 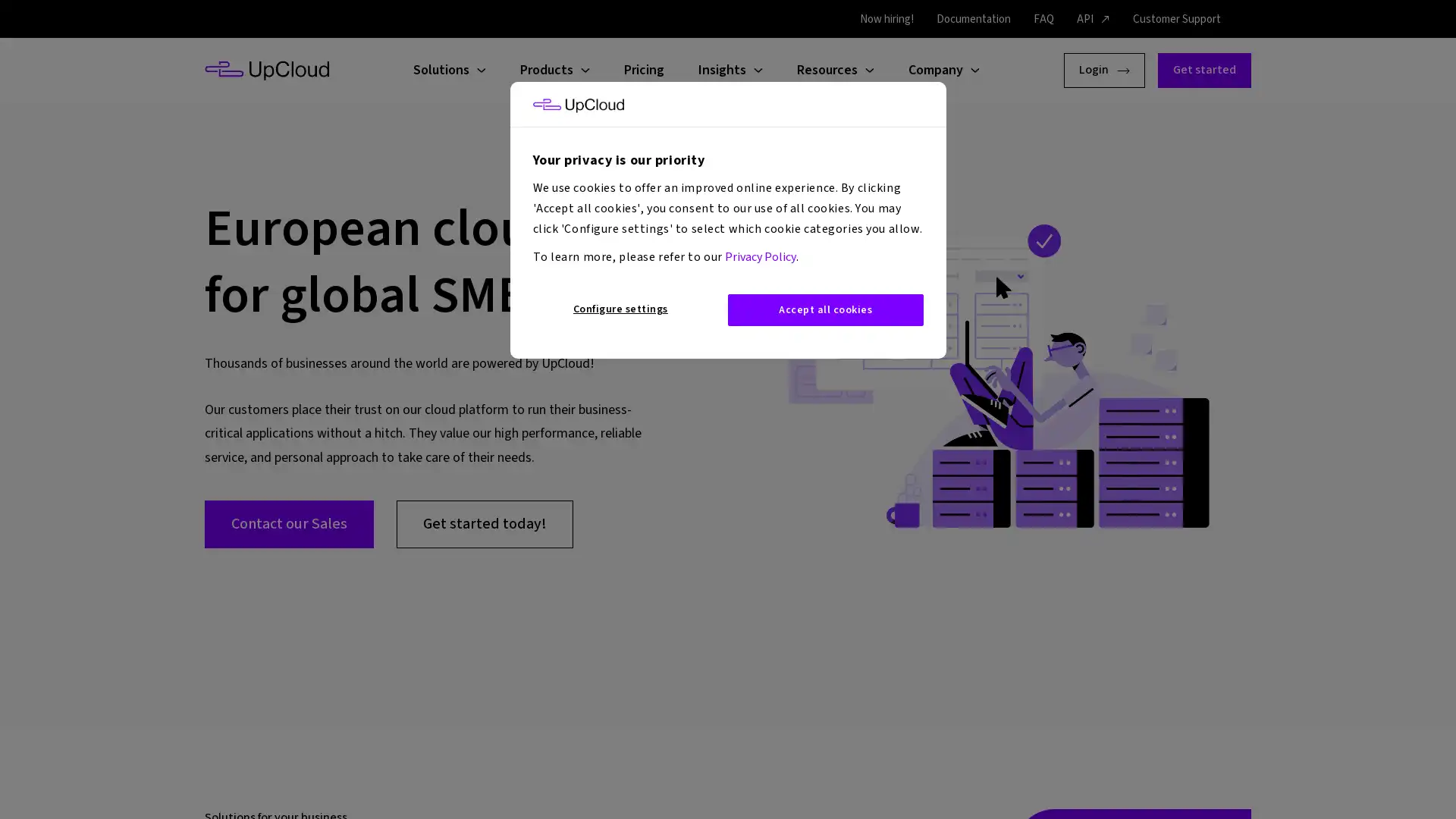 What do you see at coordinates (870, 70) in the screenshot?
I see `Open child menu for Resources` at bounding box center [870, 70].